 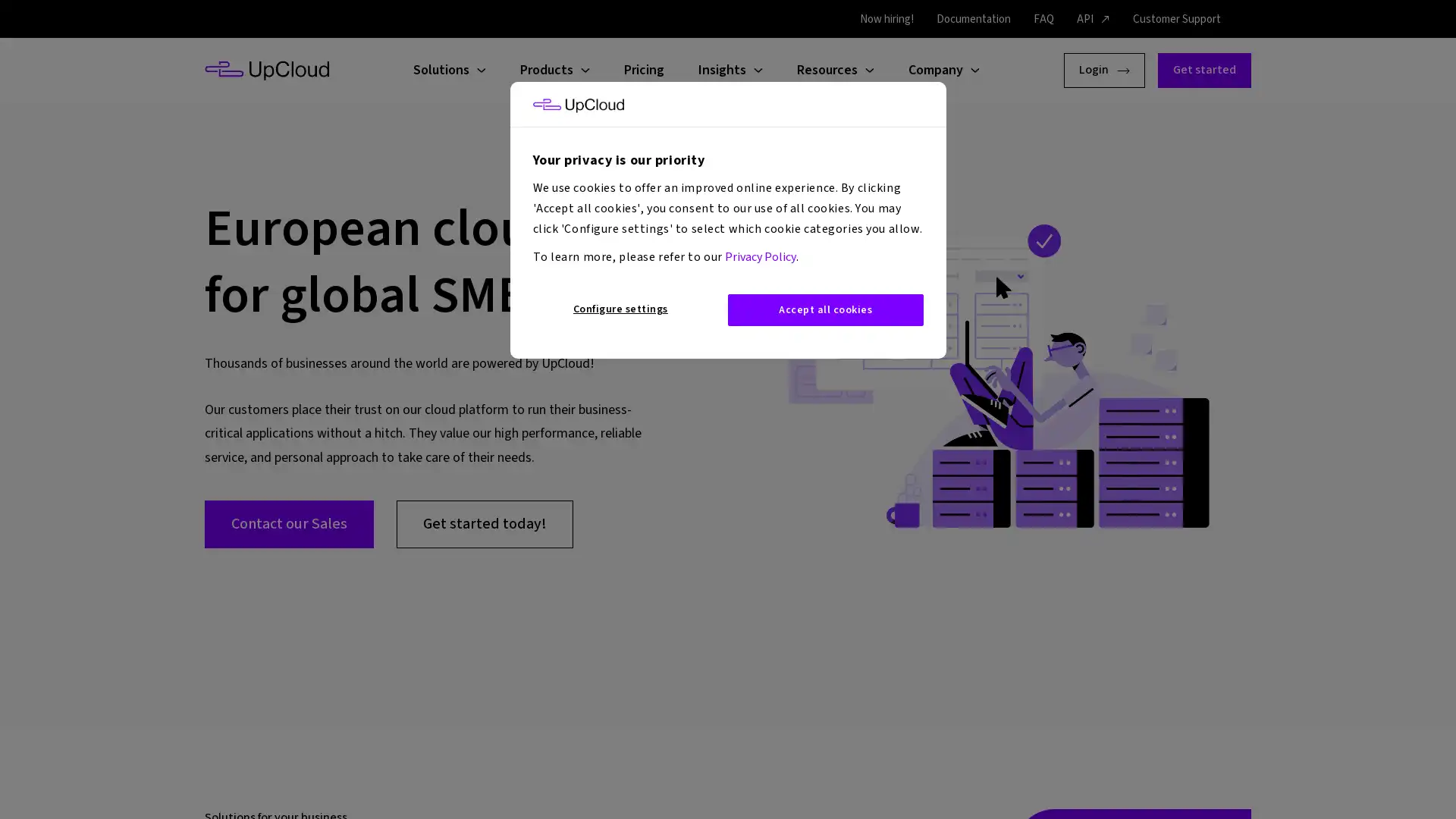 What do you see at coordinates (870, 70) in the screenshot?
I see `Open child menu for Resources` at bounding box center [870, 70].